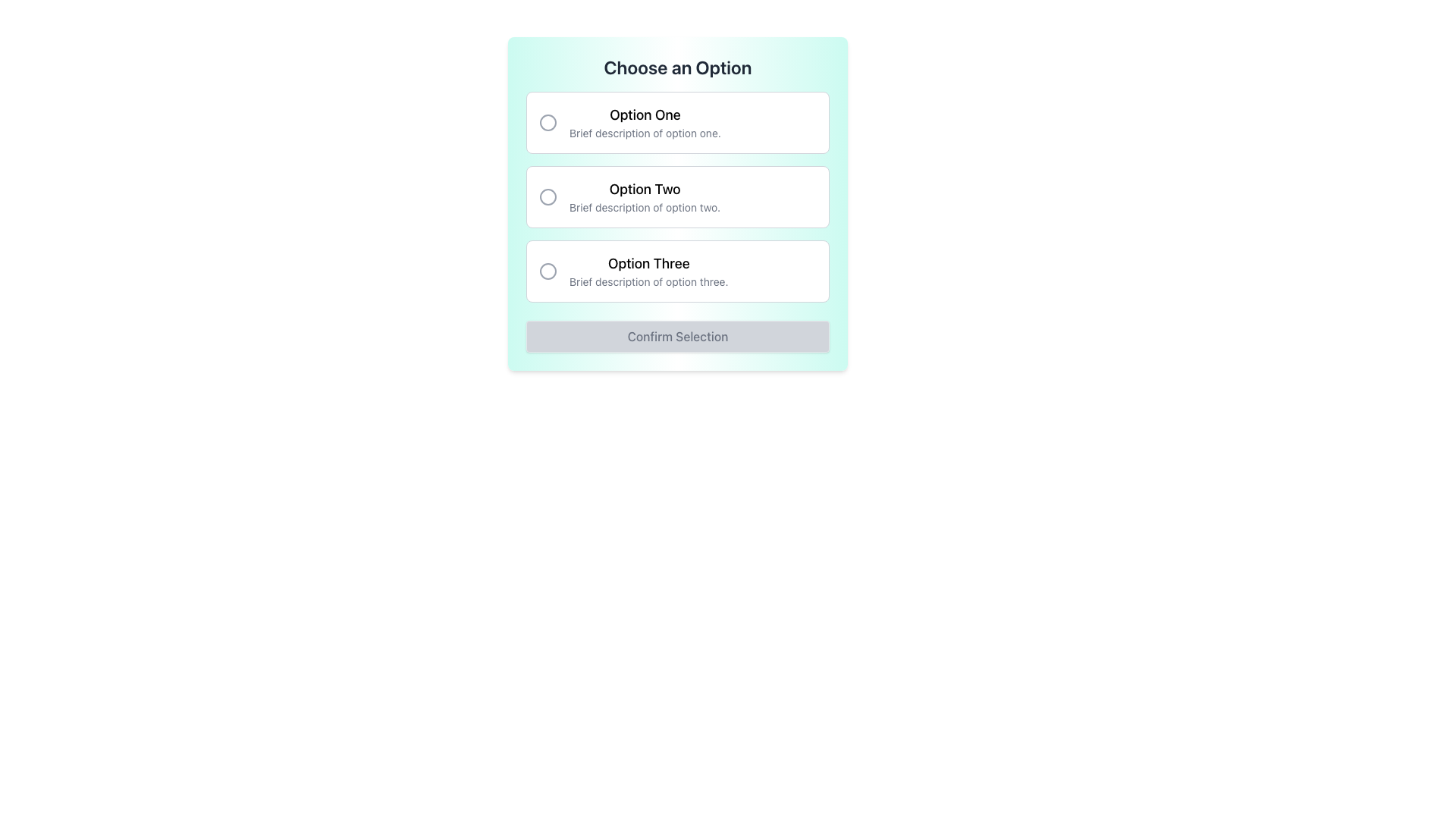 The height and width of the screenshot is (819, 1456). What do you see at coordinates (676, 203) in the screenshot?
I see `to select one of the radio button options in the centered card titled 'Choose an Option'` at bounding box center [676, 203].